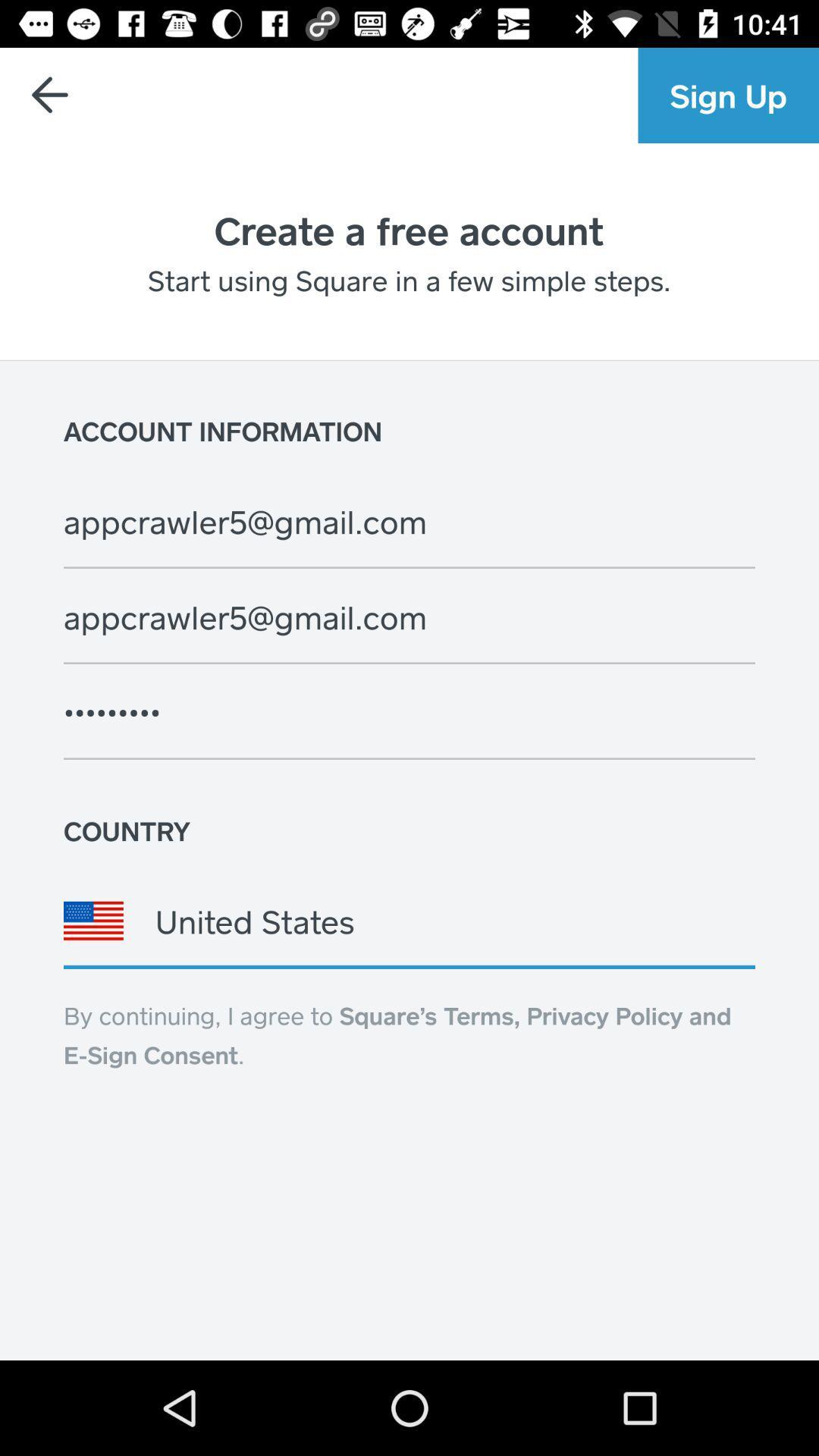 The image size is (819, 1456). Describe the element at coordinates (408, 229) in the screenshot. I see `icon above the start using square icon` at that location.